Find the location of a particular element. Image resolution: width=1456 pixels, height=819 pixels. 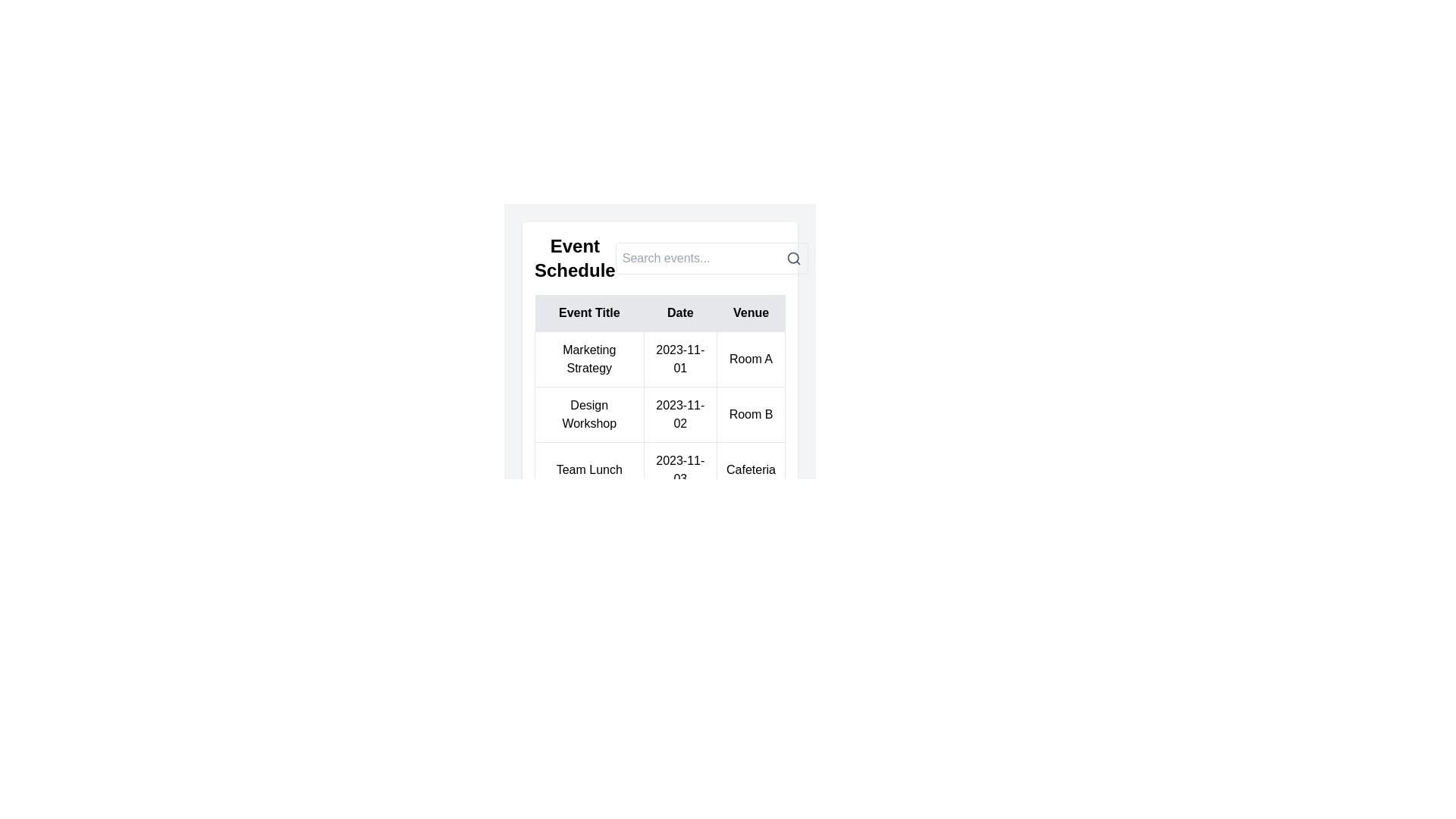

the 'Venue' column header in the table, which is the third column header located within the 'Event Schedule' card is located at coordinates (751, 312).